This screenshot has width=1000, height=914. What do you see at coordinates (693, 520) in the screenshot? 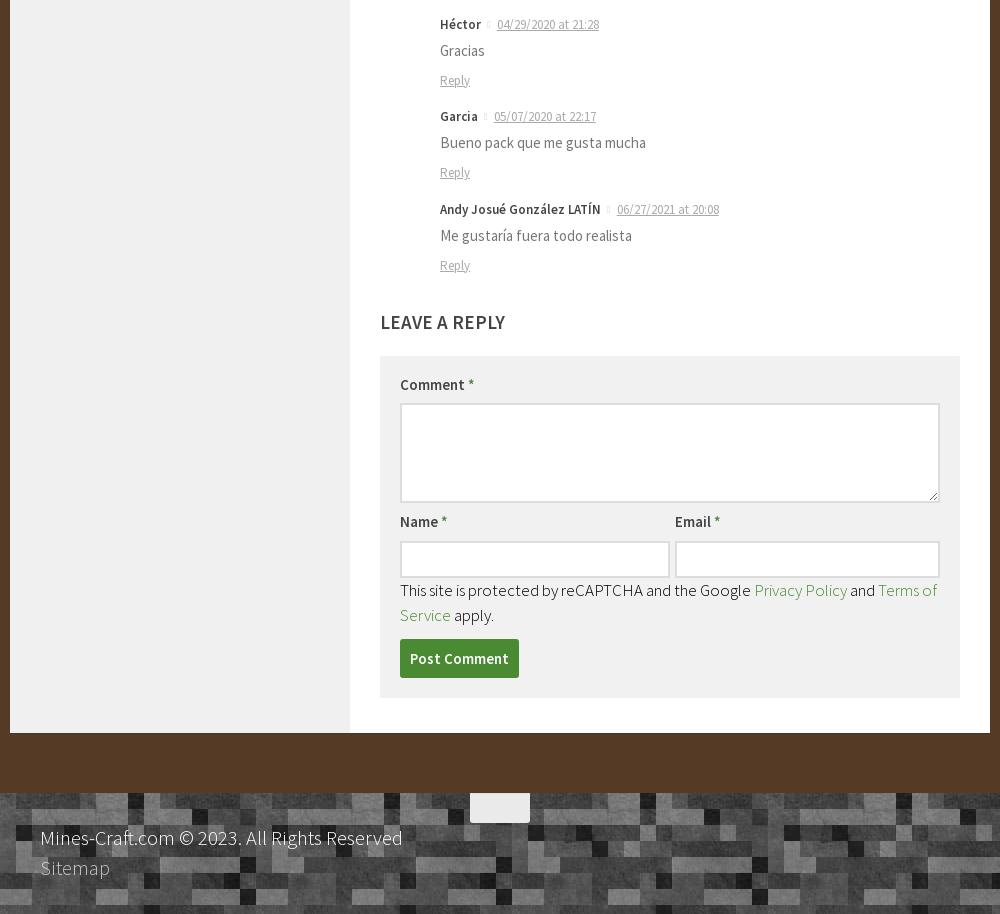
I see `'Email'` at bounding box center [693, 520].